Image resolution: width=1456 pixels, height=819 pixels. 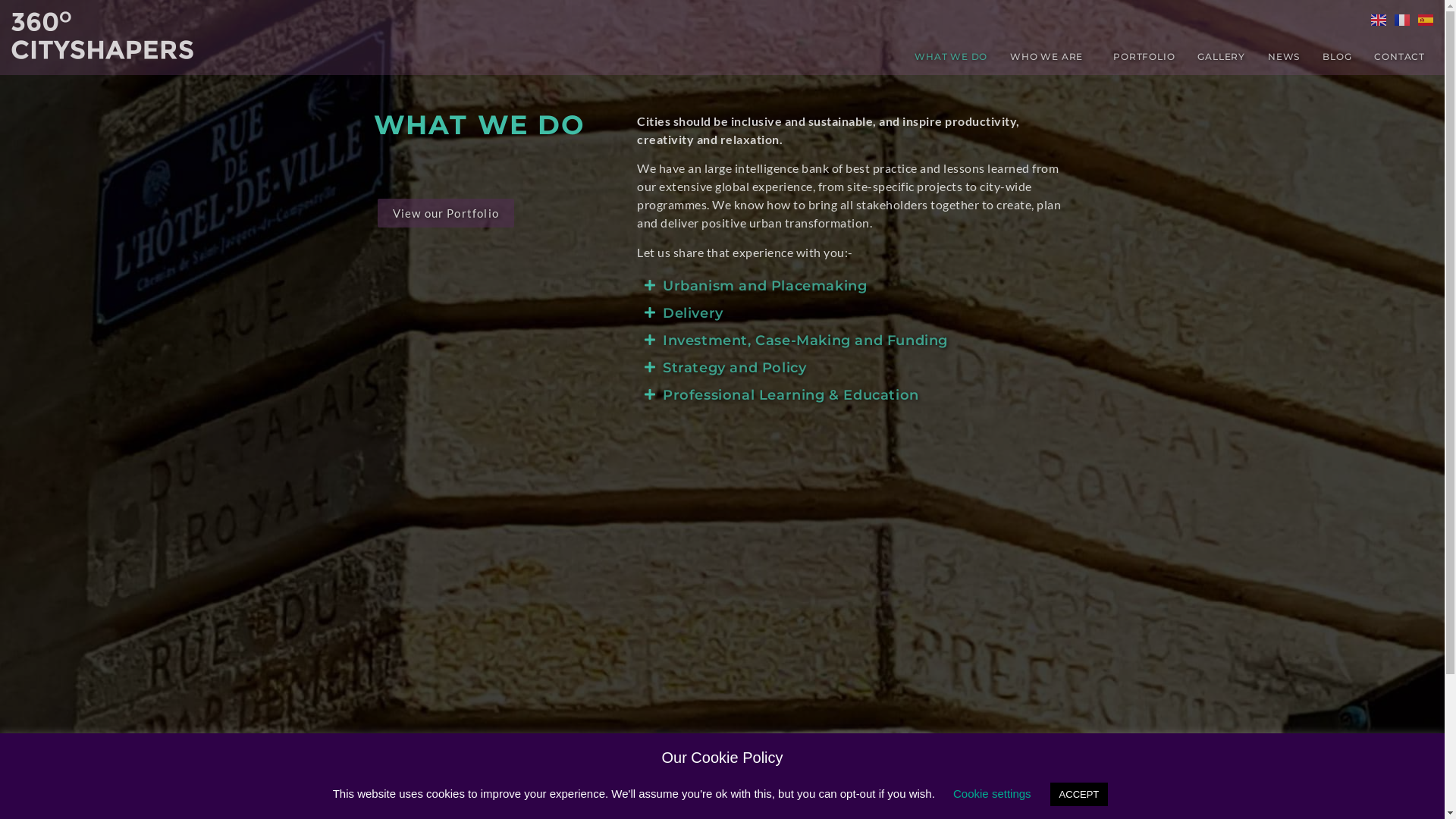 I want to click on 'CONTACT', so click(x=1373, y=55).